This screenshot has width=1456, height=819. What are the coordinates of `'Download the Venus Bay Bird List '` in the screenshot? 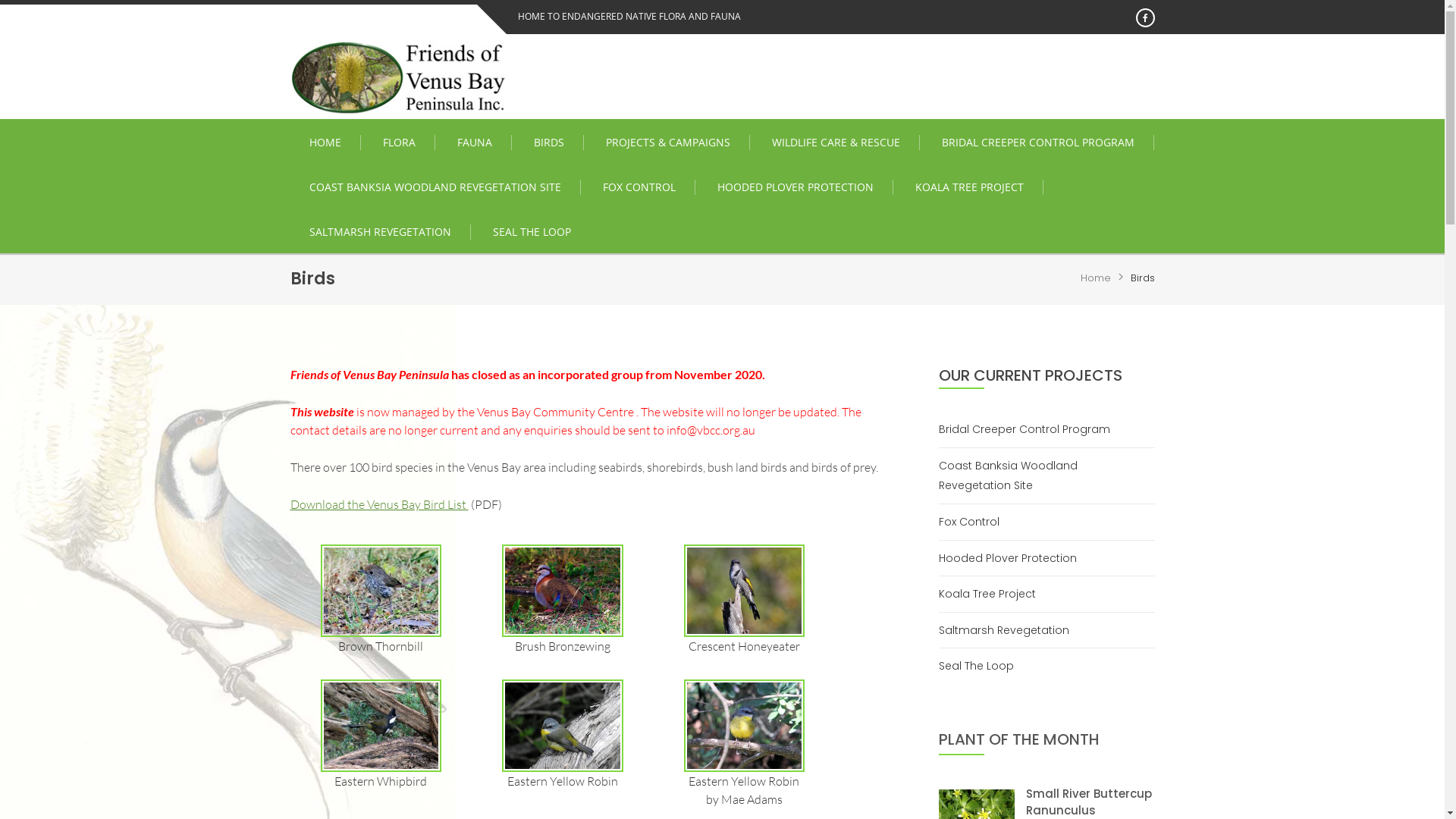 It's located at (378, 504).